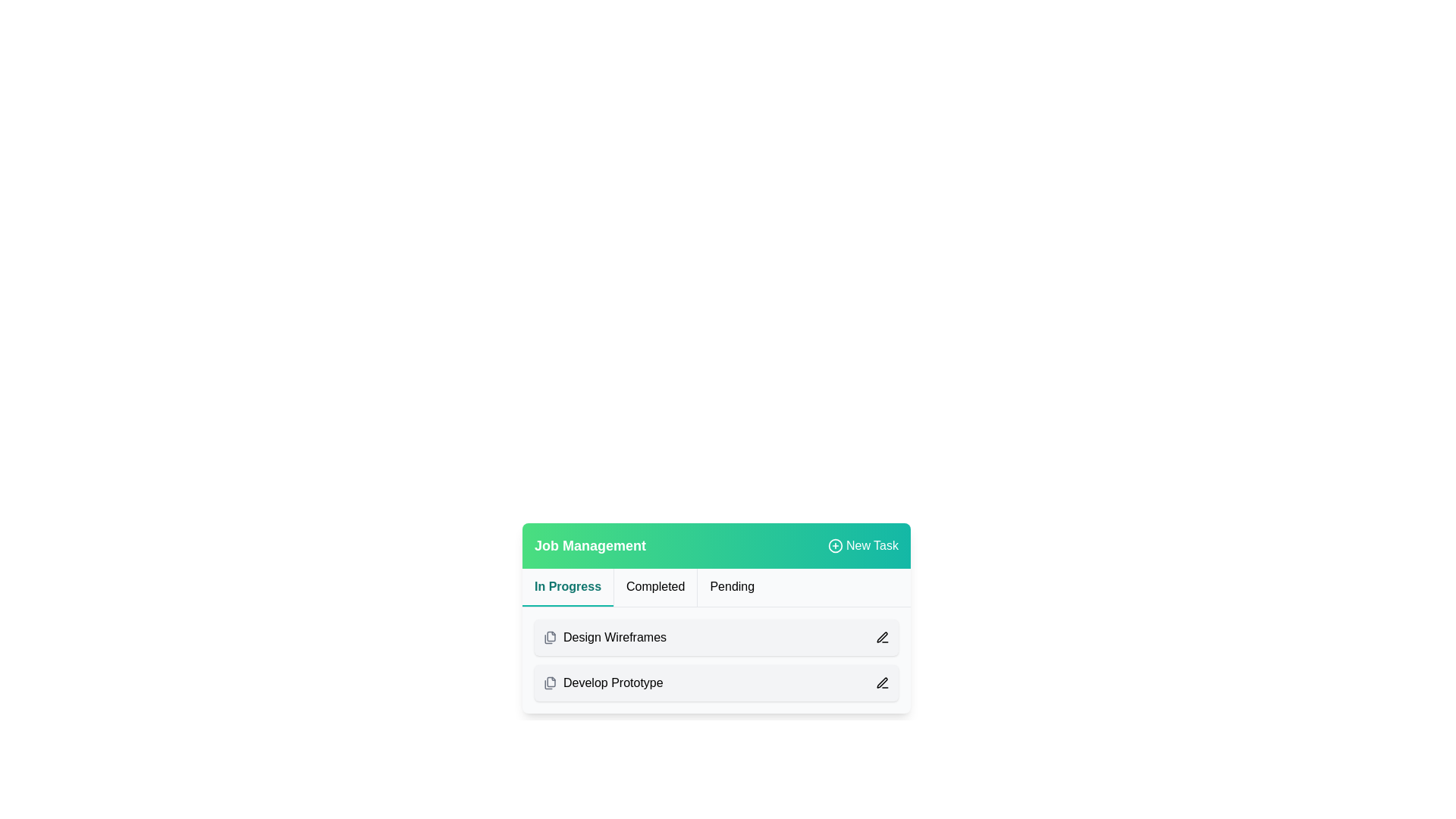 The height and width of the screenshot is (819, 1456). I want to click on the 'New Task' label displayed in white font against a green background to initiate the associated action, so click(872, 546).